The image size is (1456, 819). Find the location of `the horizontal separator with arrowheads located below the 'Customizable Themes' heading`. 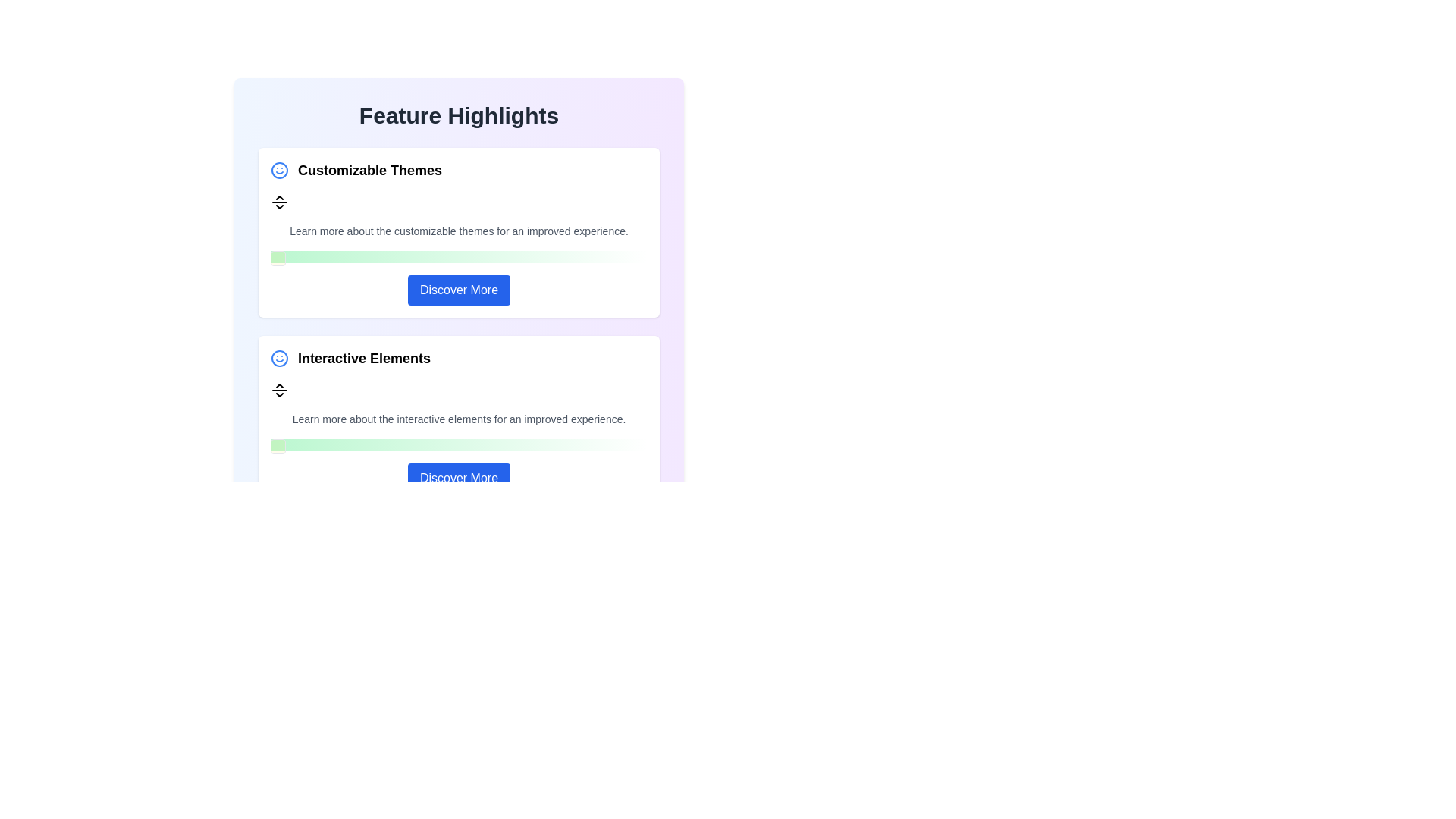

the horizontal separator with arrowheads located below the 'Customizable Themes' heading is located at coordinates (280, 201).